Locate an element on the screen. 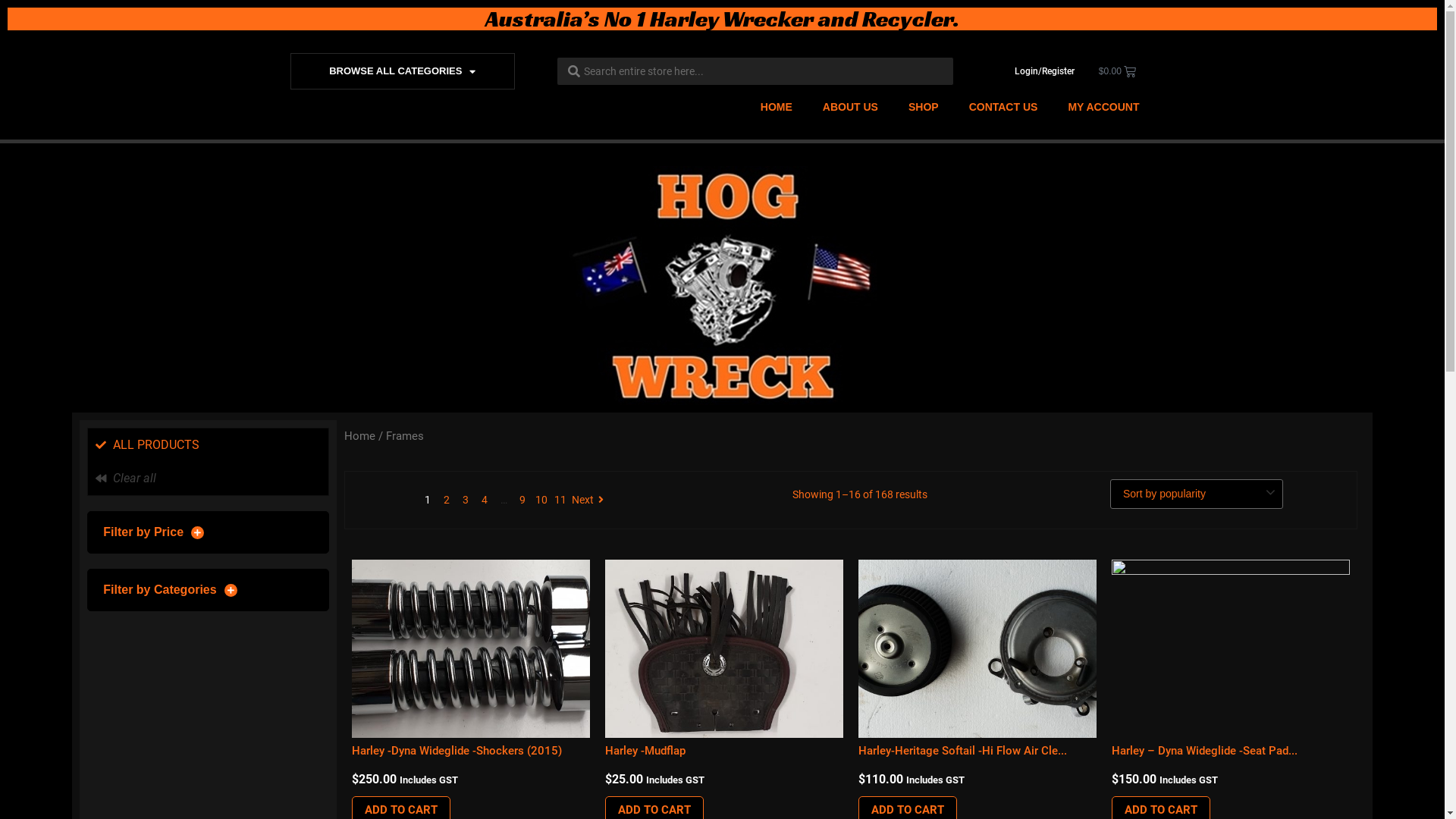 This screenshot has height=819, width=1456. 'Harley -Mudflap' is located at coordinates (645, 751).